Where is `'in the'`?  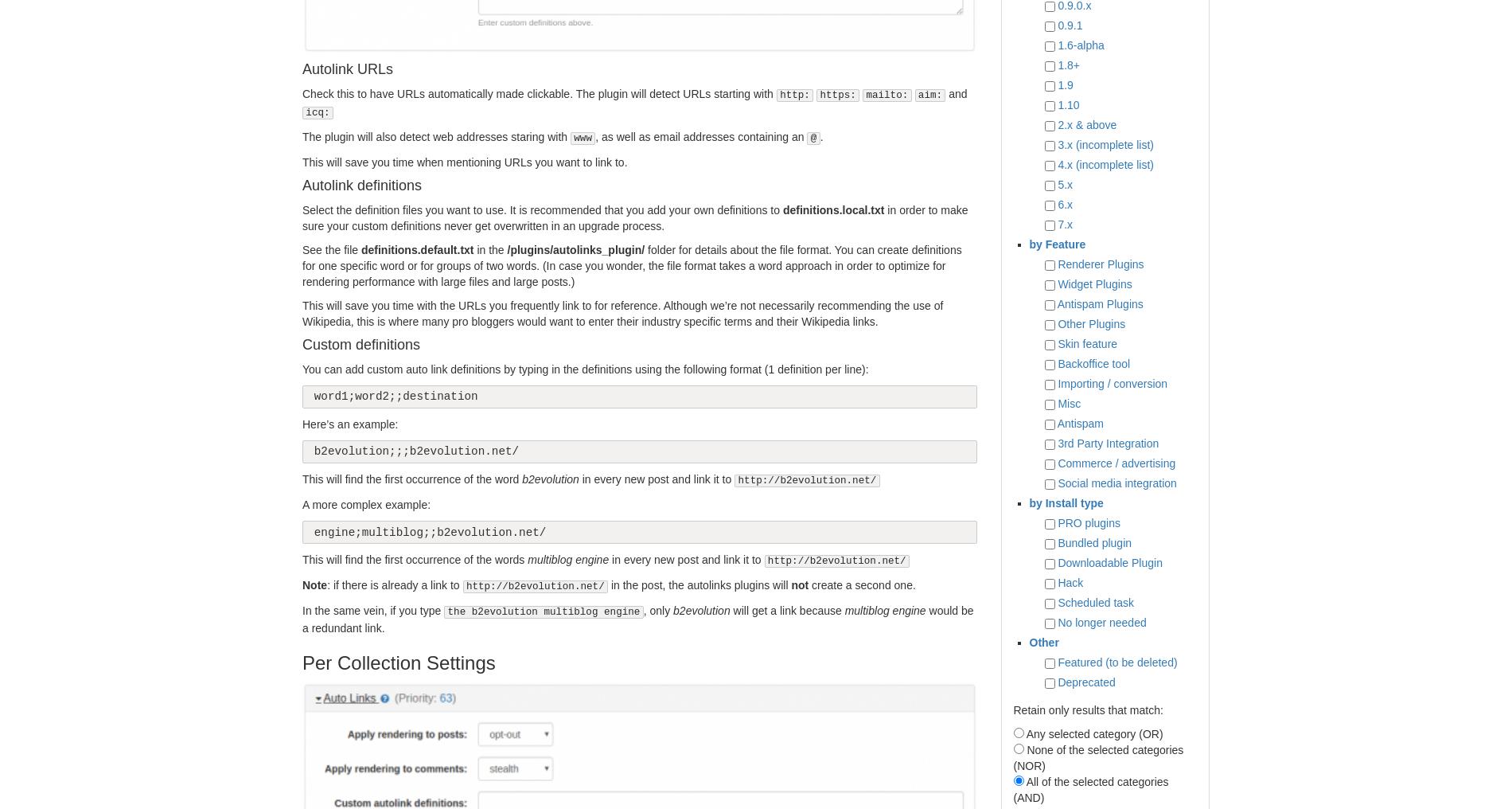 'in the' is located at coordinates (489, 248).